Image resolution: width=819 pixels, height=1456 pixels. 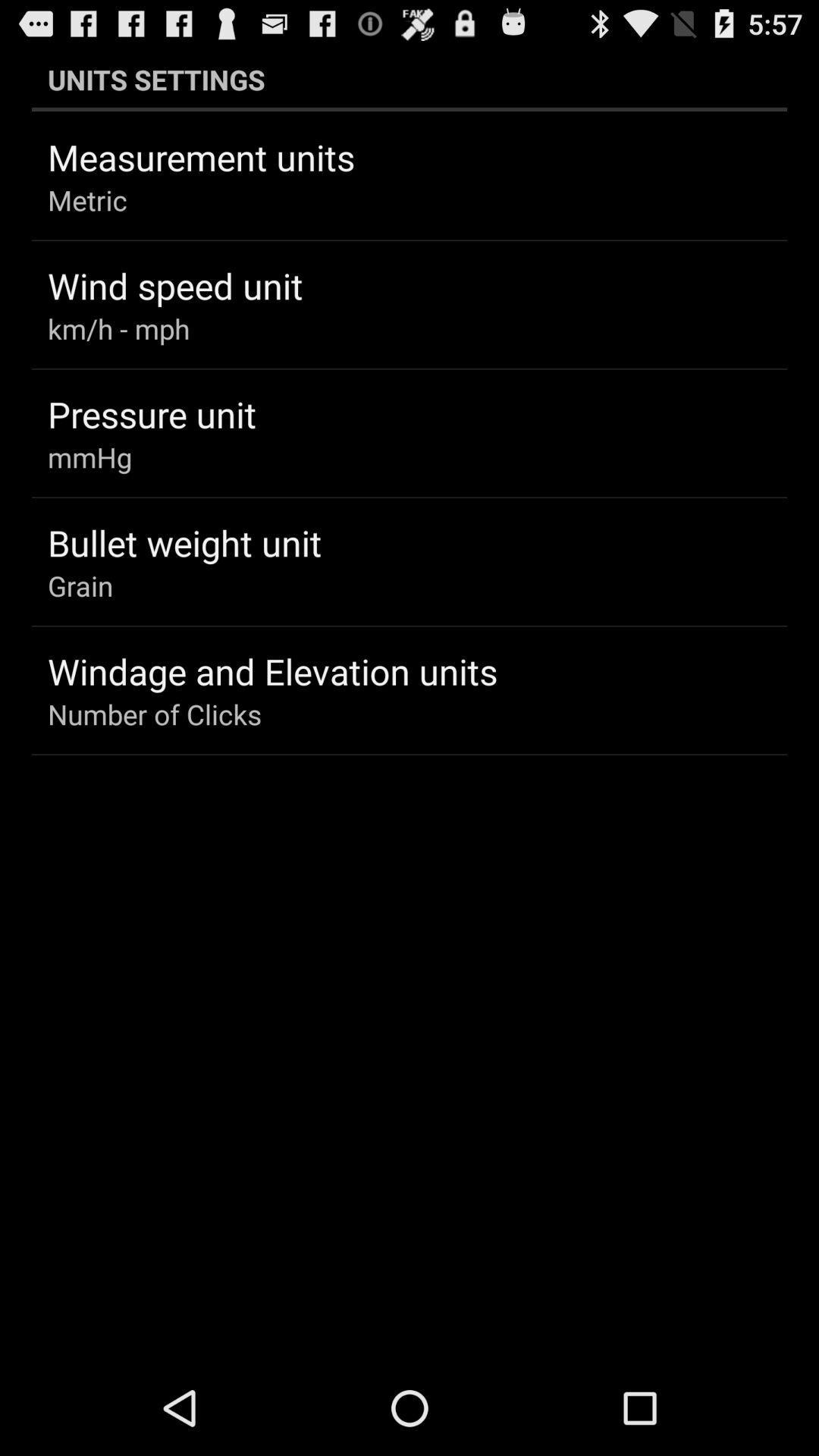 What do you see at coordinates (80, 585) in the screenshot?
I see `item above windage and elevation app` at bounding box center [80, 585].